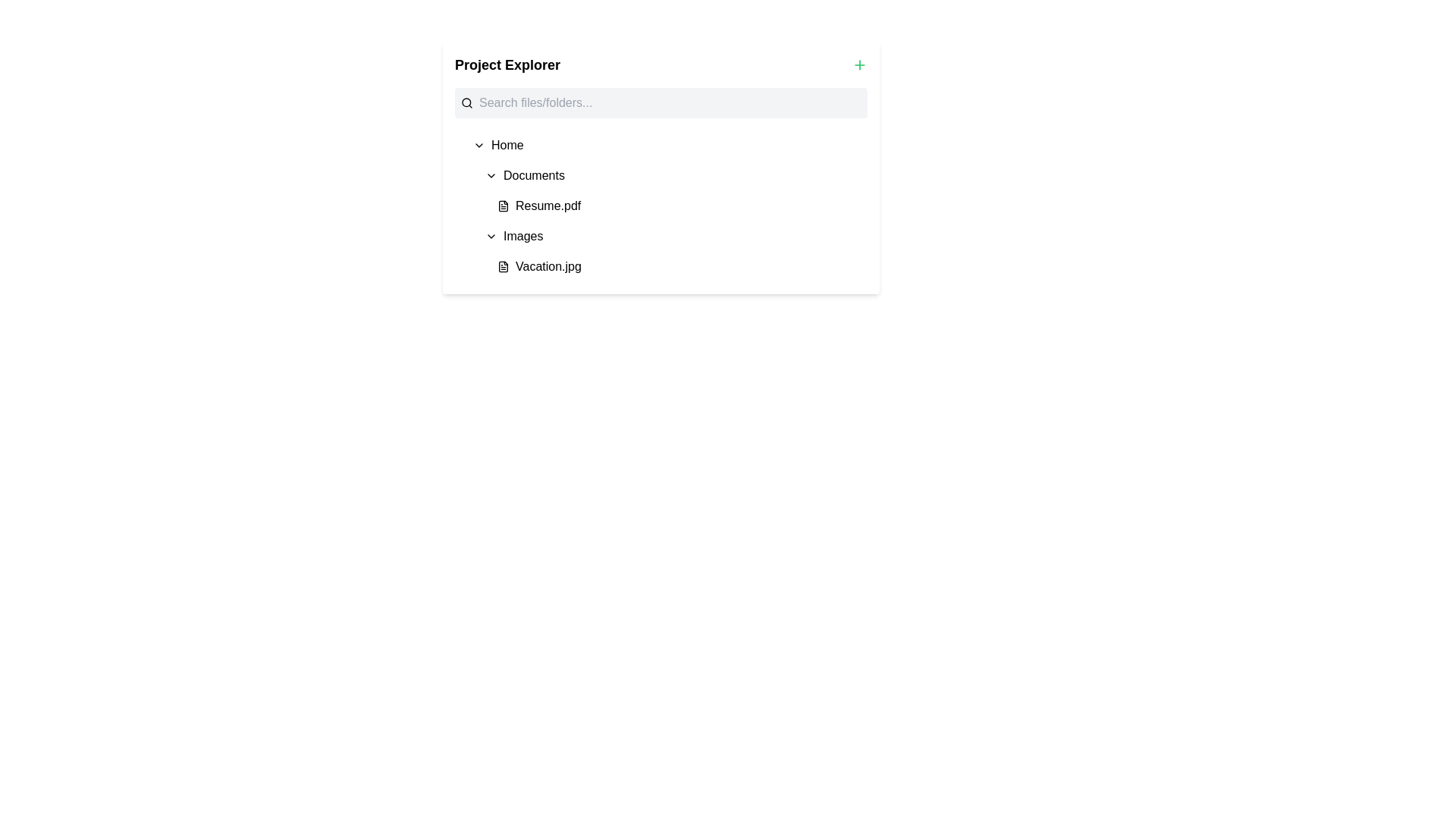 The width and height of the screenshot is (1456, 819). I want to click on the downward-pointing chevron-shaped icon located to the left of the 'Images' text, so click(491, 237).